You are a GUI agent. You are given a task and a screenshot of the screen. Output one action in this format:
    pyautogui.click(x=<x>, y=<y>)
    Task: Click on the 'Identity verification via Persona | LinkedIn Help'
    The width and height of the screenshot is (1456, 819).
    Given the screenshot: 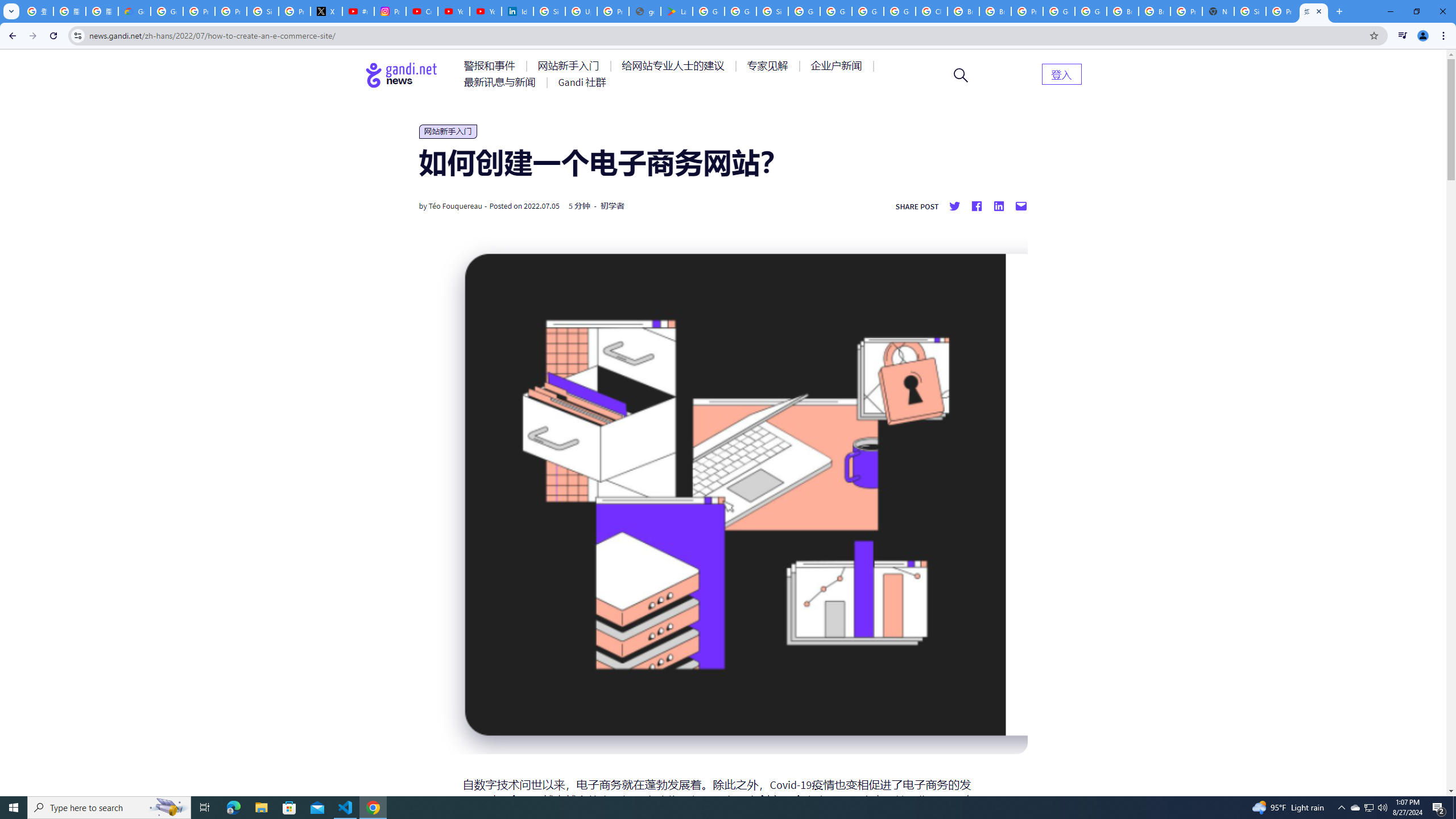 What is the action you would take?
    pyautogui.click(x=517, y=11)
    